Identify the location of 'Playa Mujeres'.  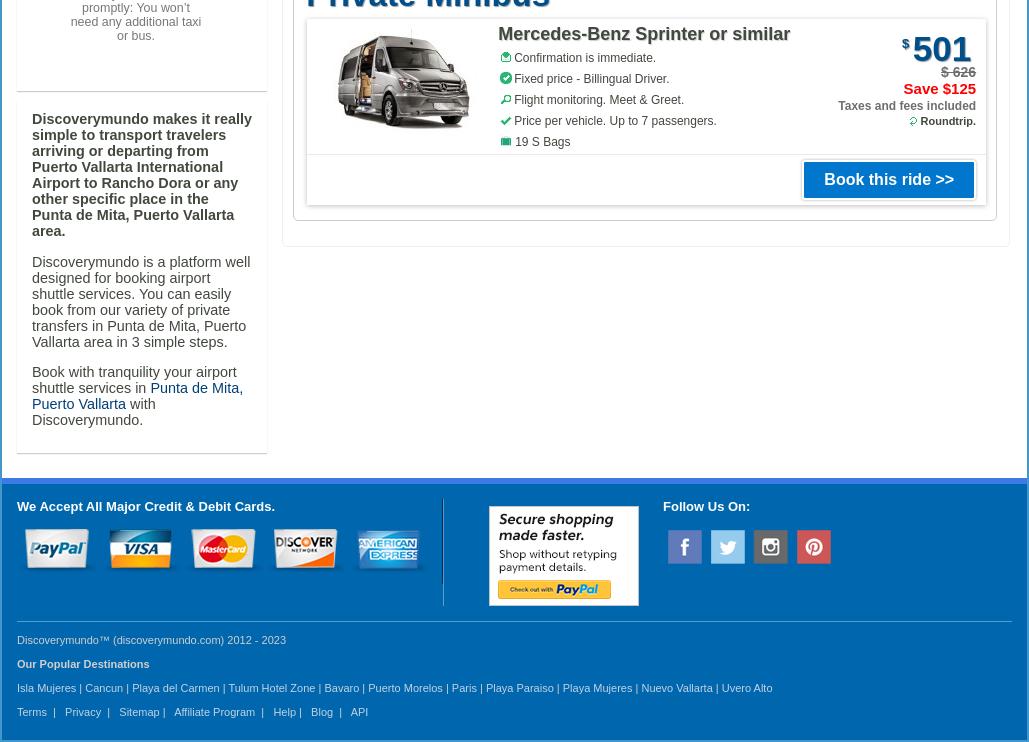
(561, 687).